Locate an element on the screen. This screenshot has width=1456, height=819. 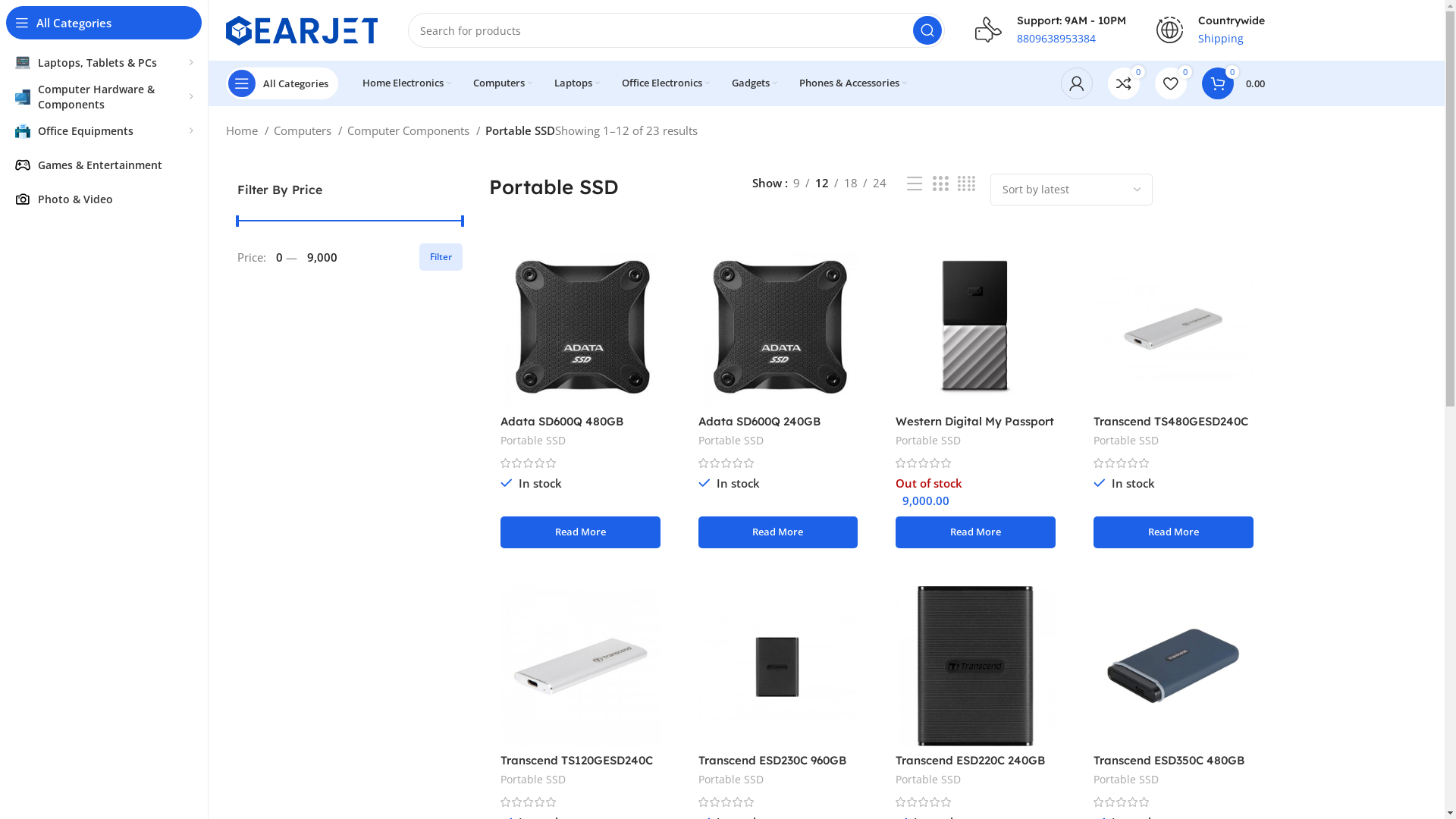
'Filter' is located at coordinates (440, 256).